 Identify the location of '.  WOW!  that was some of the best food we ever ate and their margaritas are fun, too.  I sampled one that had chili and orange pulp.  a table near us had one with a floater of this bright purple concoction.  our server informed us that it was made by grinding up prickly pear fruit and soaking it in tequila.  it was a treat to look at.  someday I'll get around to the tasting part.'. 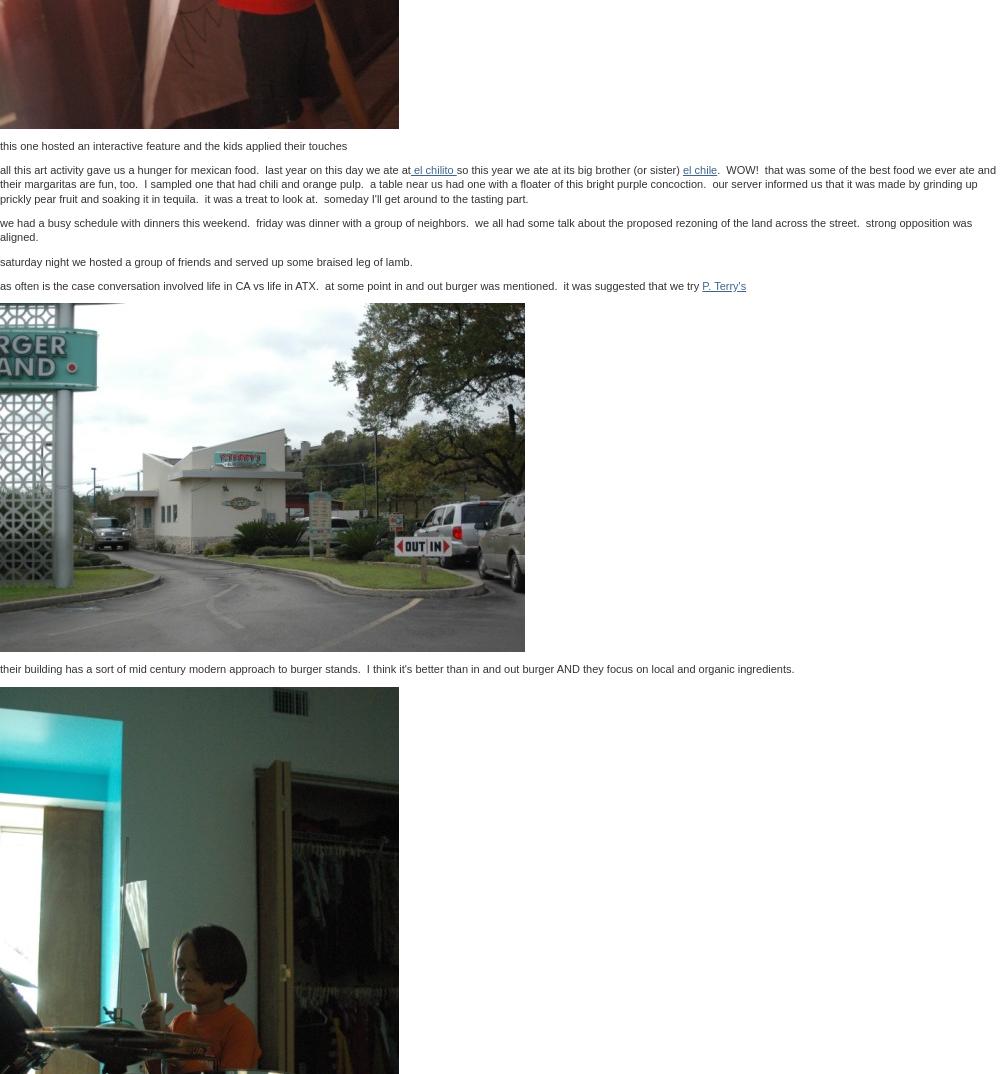
(497, 183).